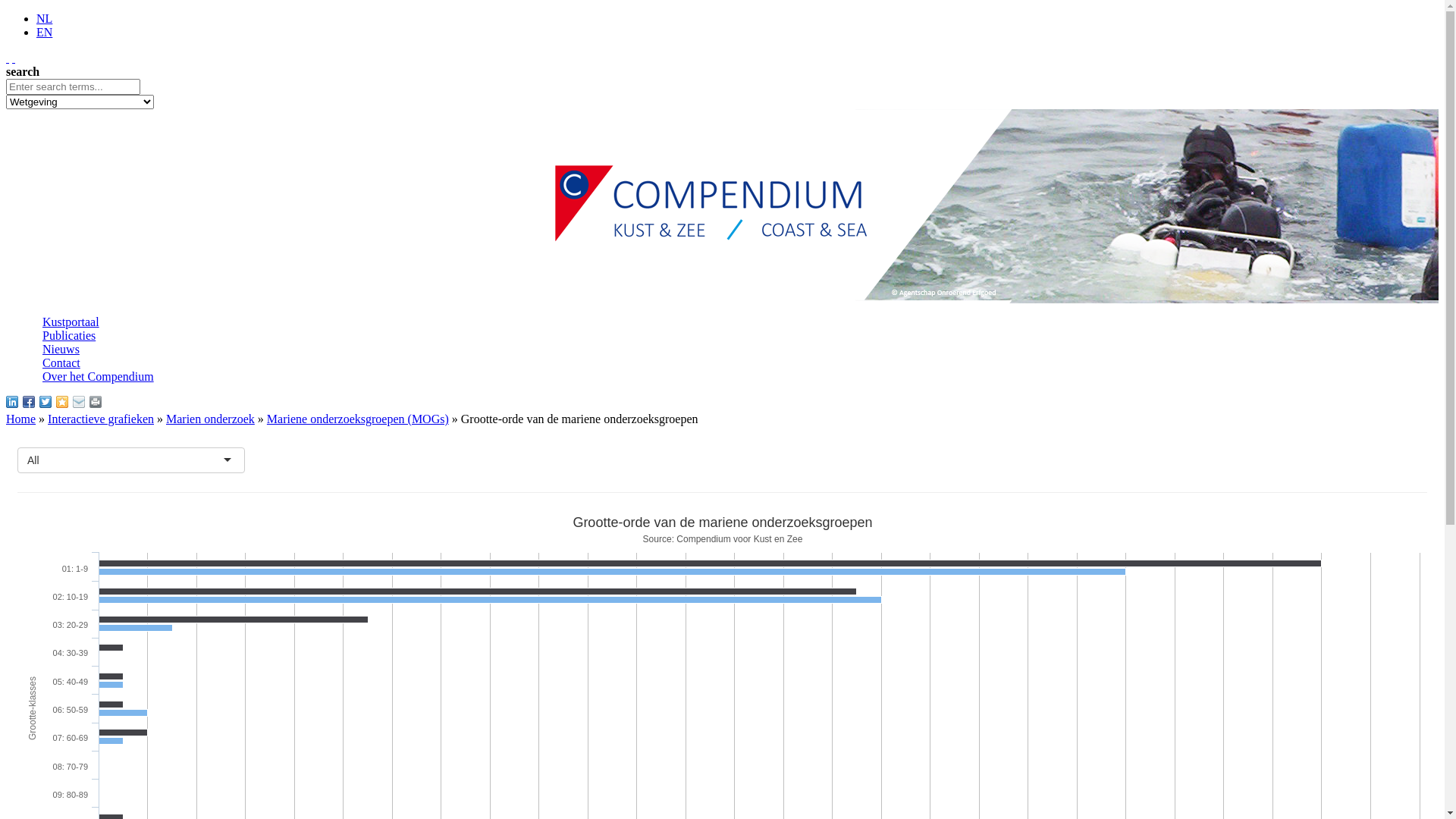 The width and height of the screenshot is (1456, 819). Describe the element at coordinates (356, 419) in the screenshot. I see `'Mariene onderzoeksgroepen (MOGs)'` at that location.